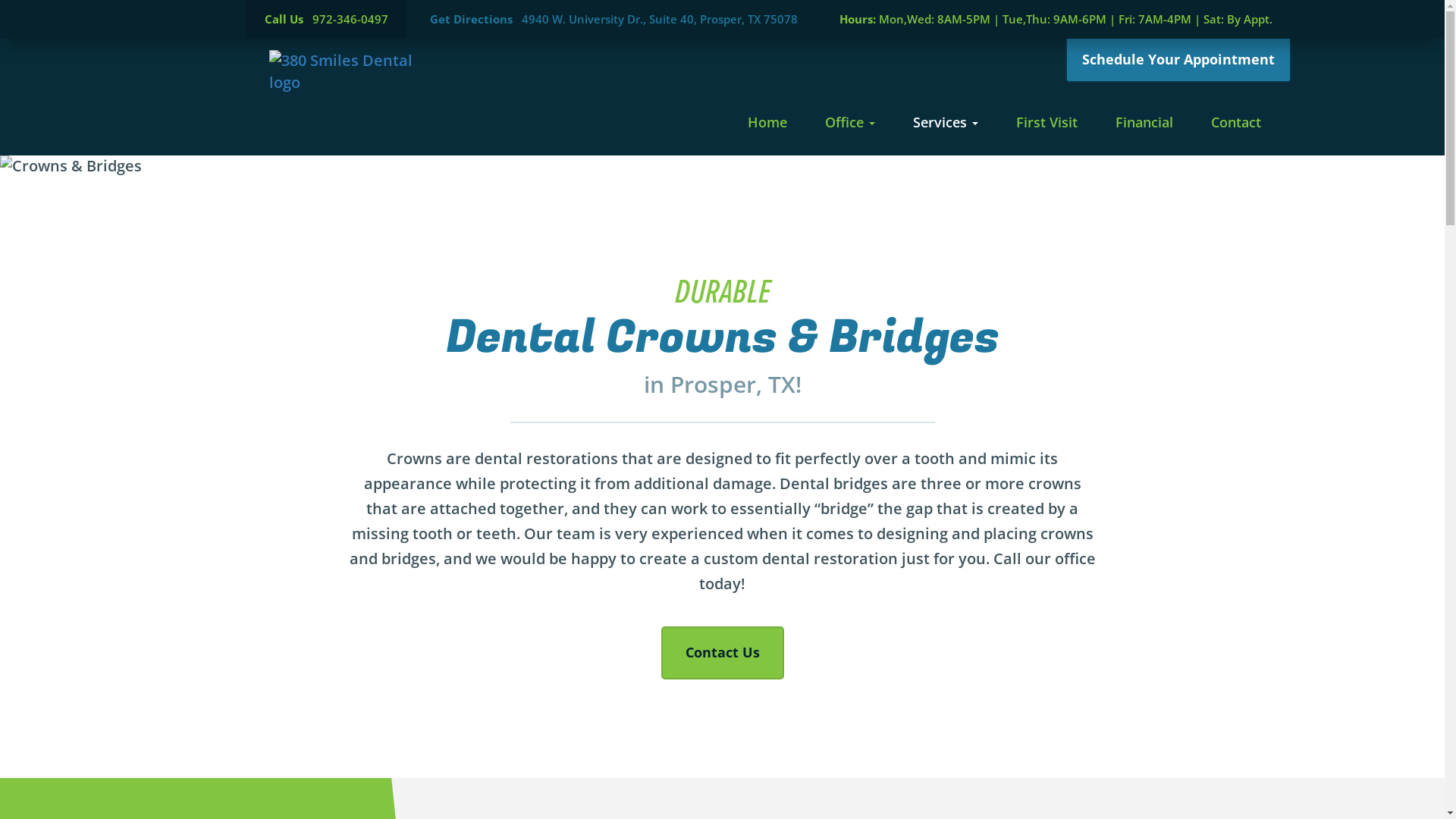 The image size is (1456, 819). What do you see at coordinates (246, 19) in the screenshot?
I see `'Call Us 972-346-0497'` at bounding box center [246, 19].